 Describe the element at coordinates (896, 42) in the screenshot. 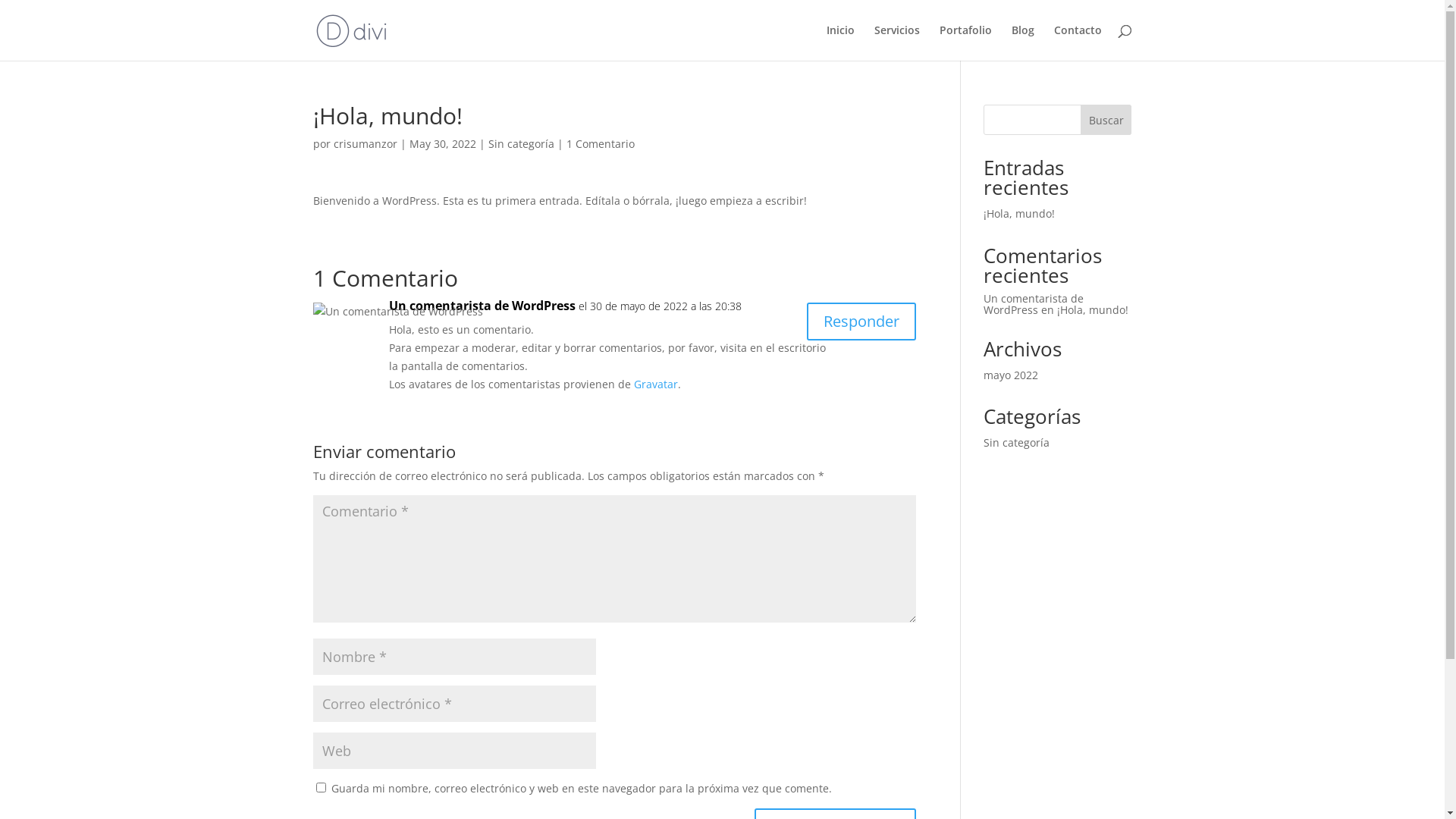

I see `'Servicios'` at that location.